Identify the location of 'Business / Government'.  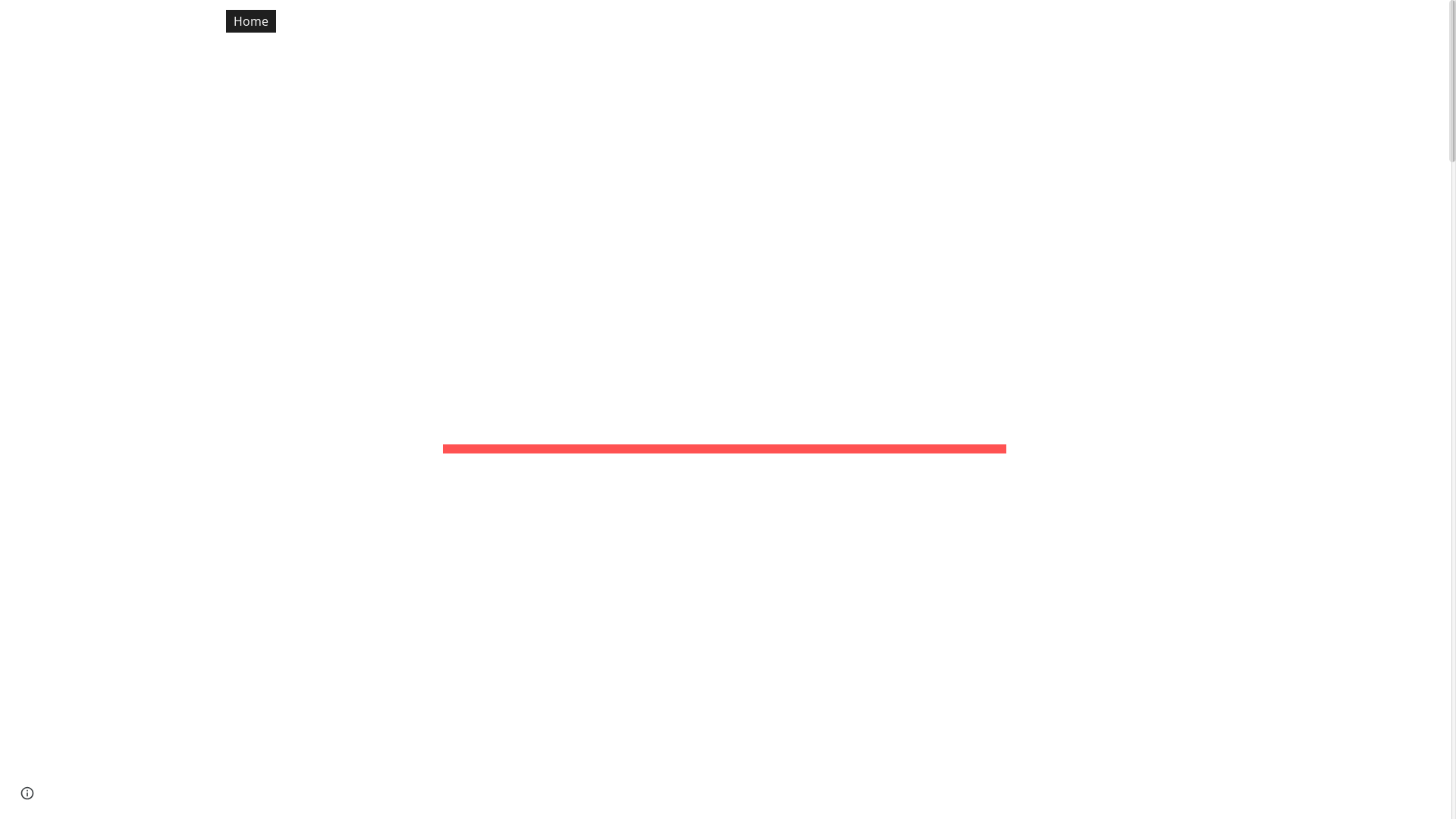
(1188, 20).